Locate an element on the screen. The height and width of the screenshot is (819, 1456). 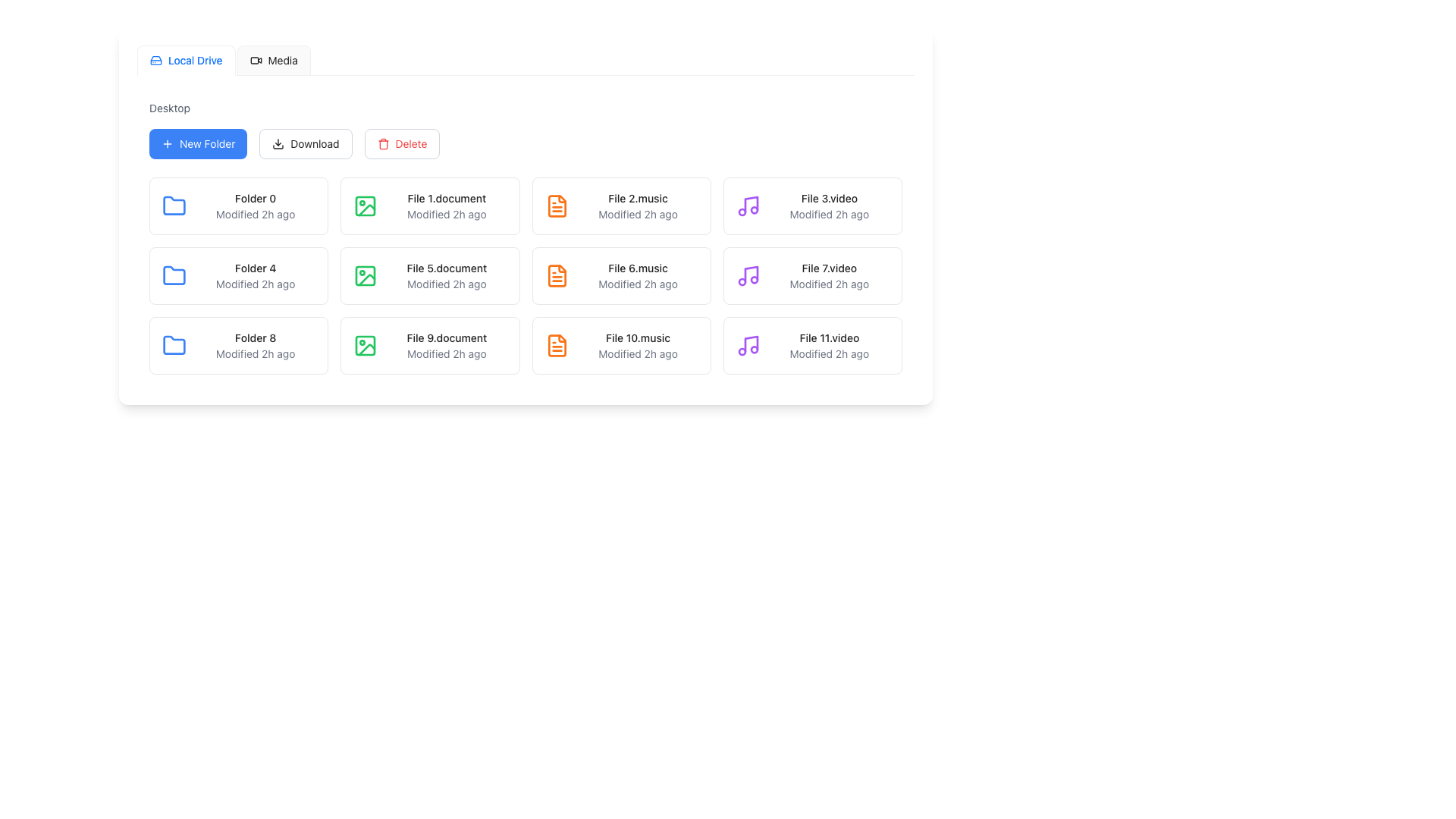
the 'Create New Folder' button located at the top of the 'Desktop' section is located at coordinates (197, 143).